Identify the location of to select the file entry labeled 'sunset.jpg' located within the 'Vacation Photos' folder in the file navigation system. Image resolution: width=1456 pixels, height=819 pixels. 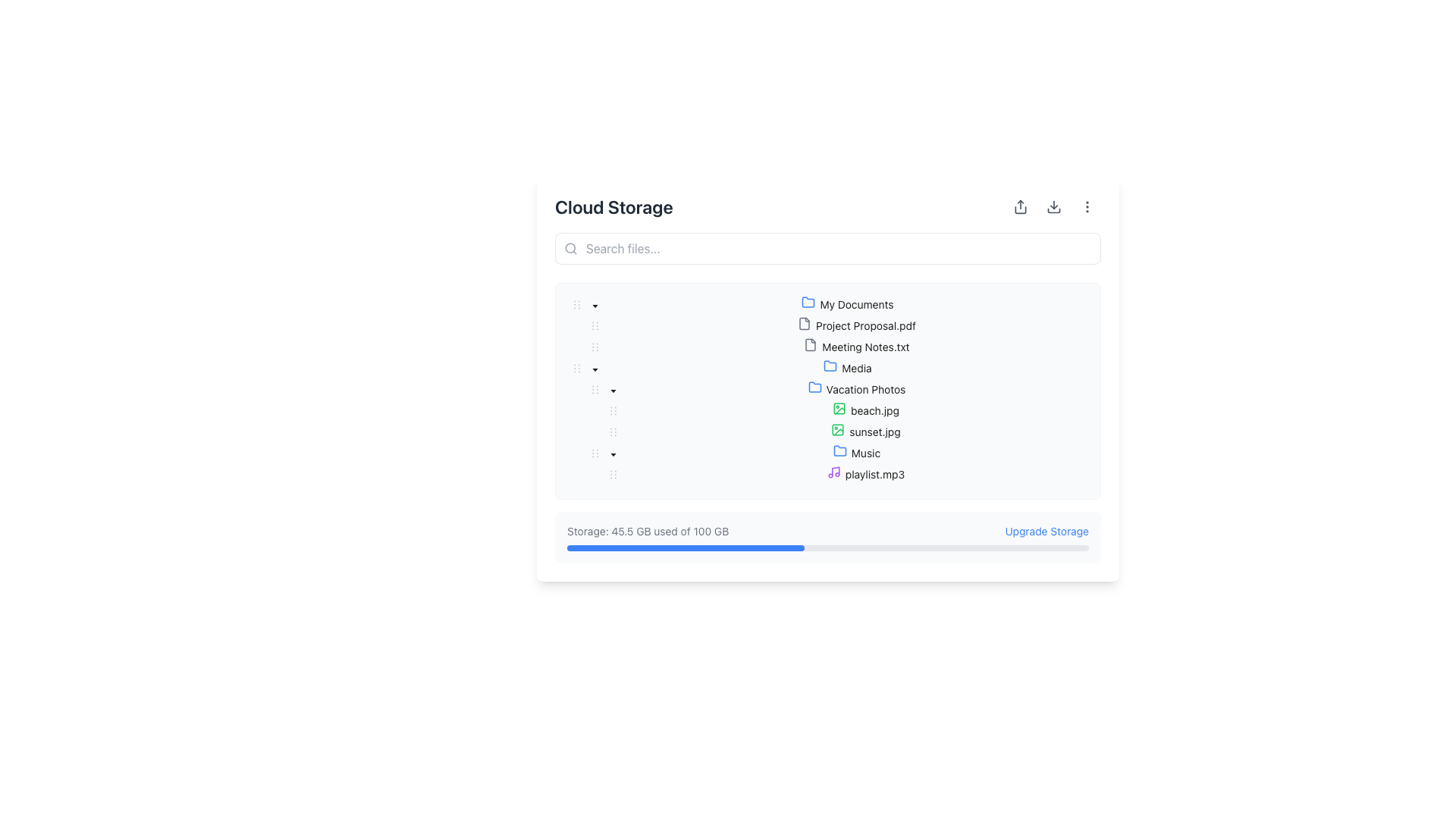
(827, 432).